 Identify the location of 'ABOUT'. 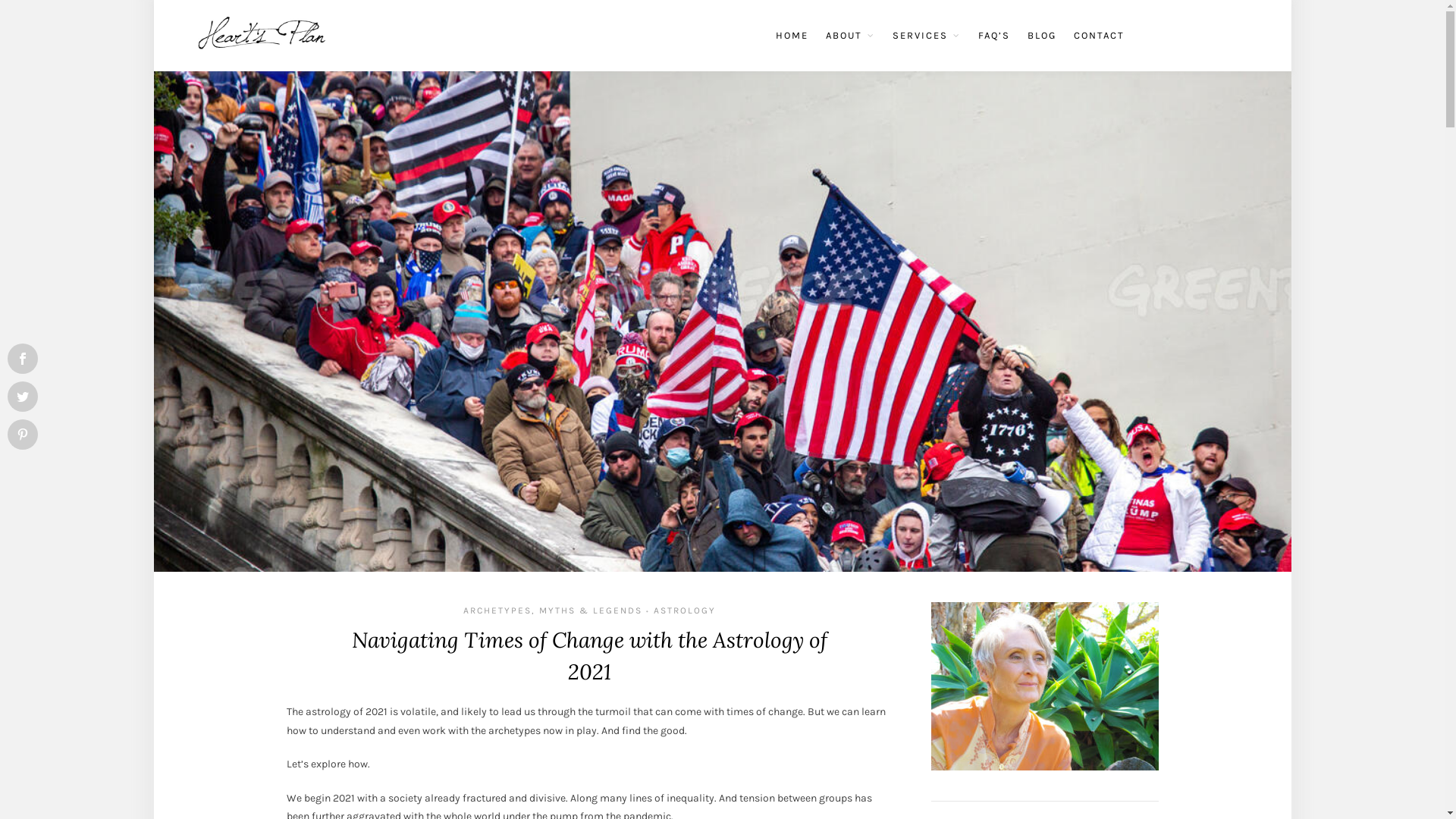
(849, 34).